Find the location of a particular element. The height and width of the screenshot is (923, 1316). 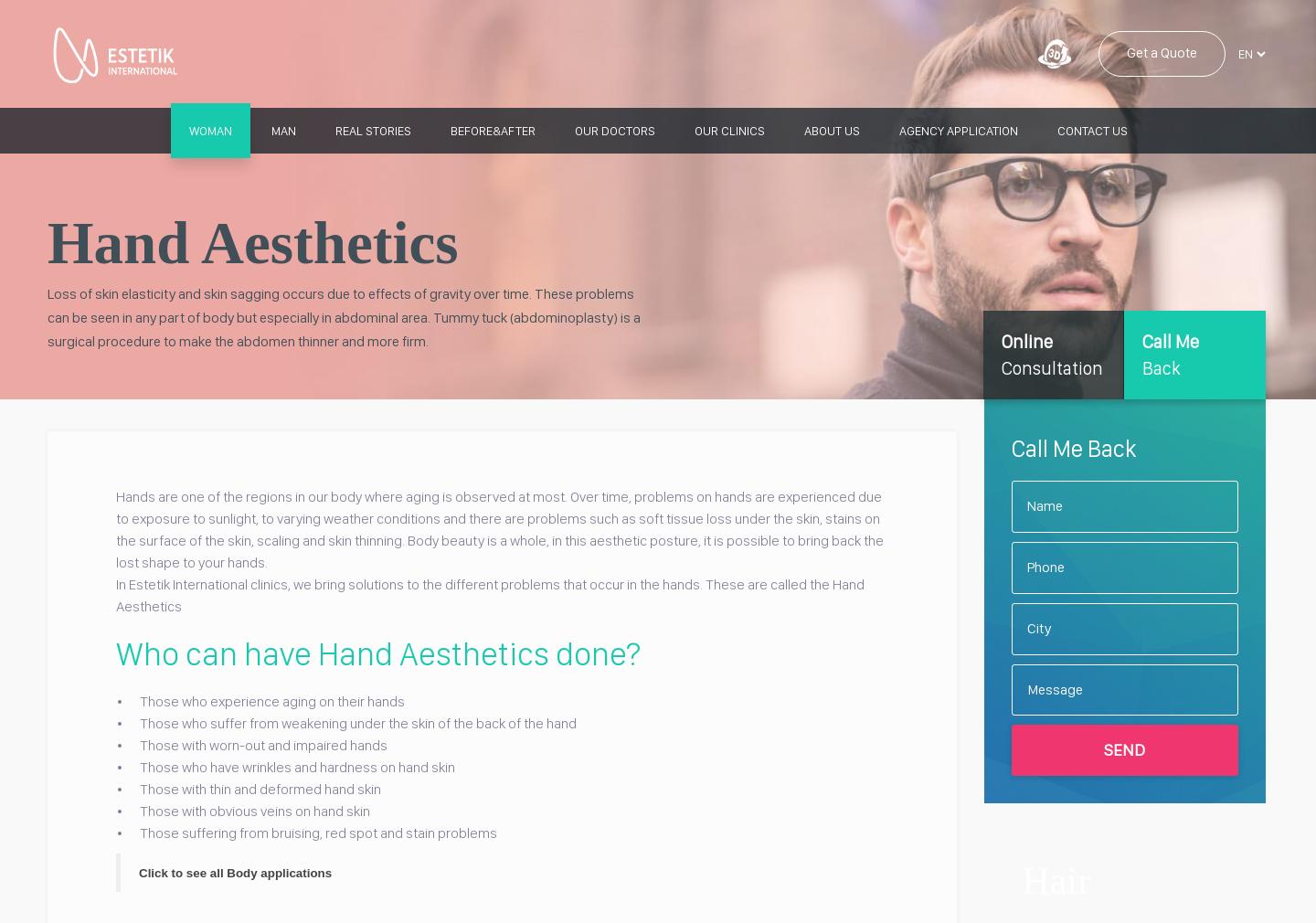

'Genital Aesthetics' is located at coordinates (348, 436).